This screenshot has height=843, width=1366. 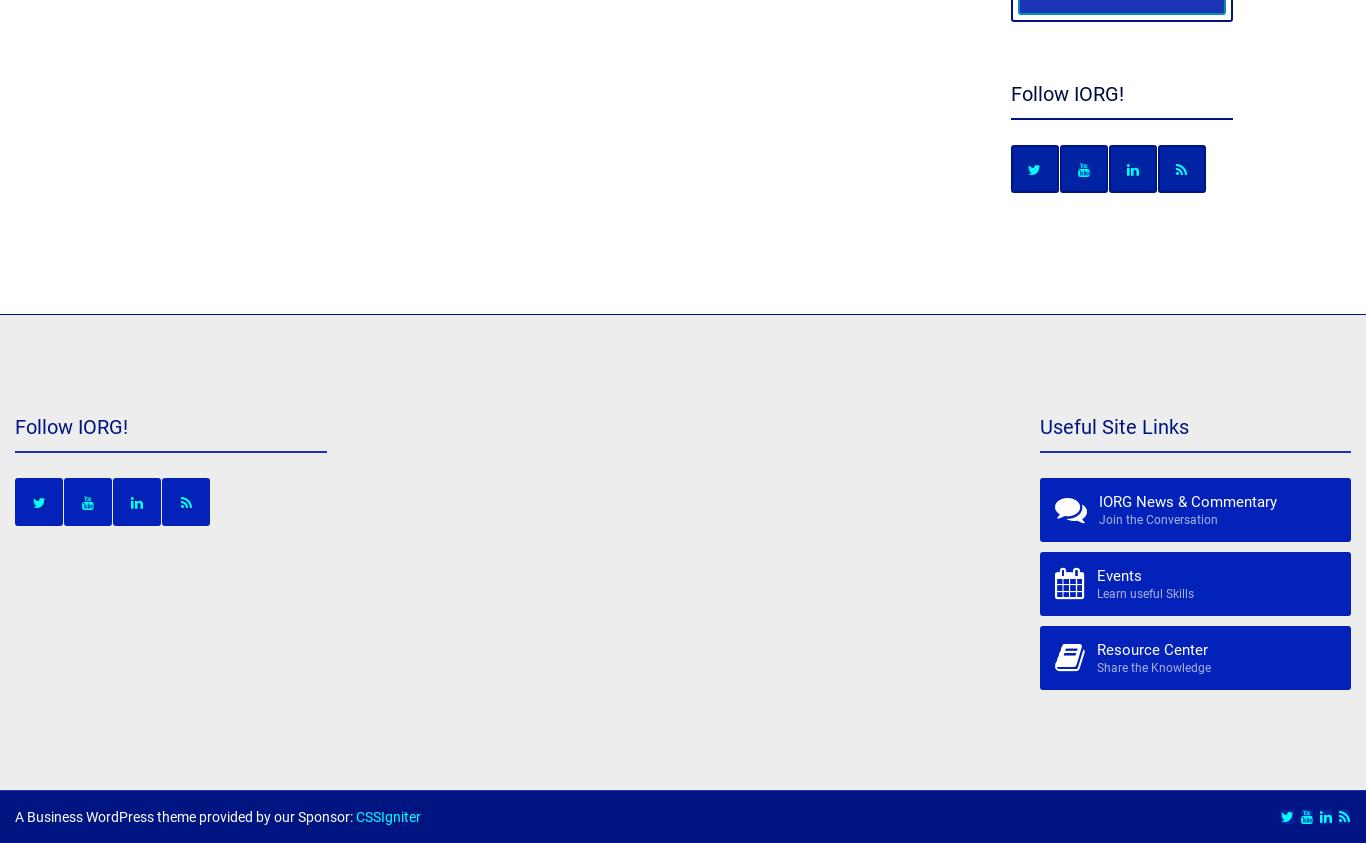 I want to click on 'IORG News & Commentary', so click(x=1187, y=500).